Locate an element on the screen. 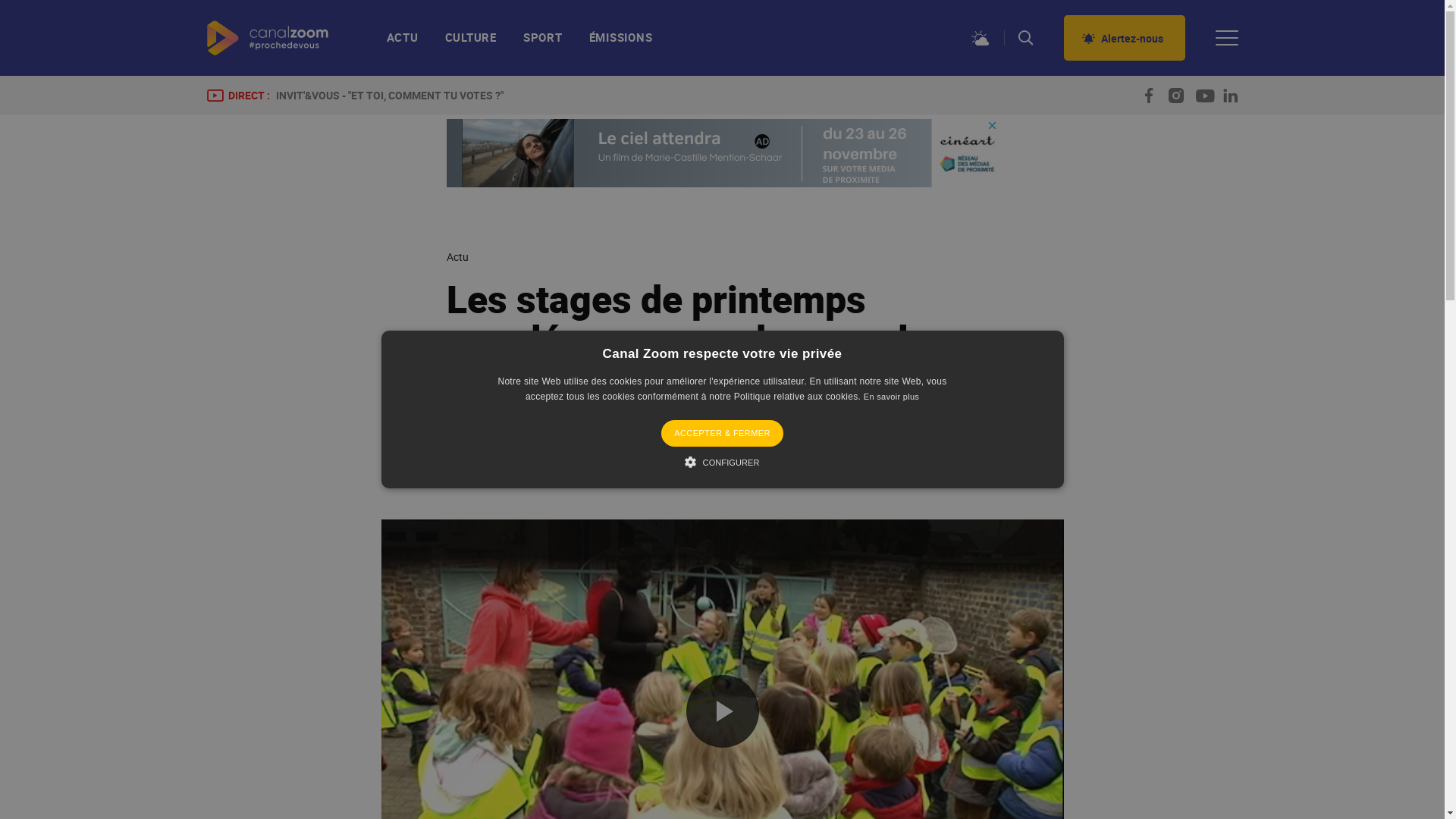 The image size is (1456, 819). 'Alertez-nous' is located at coordinates (1062, 37).